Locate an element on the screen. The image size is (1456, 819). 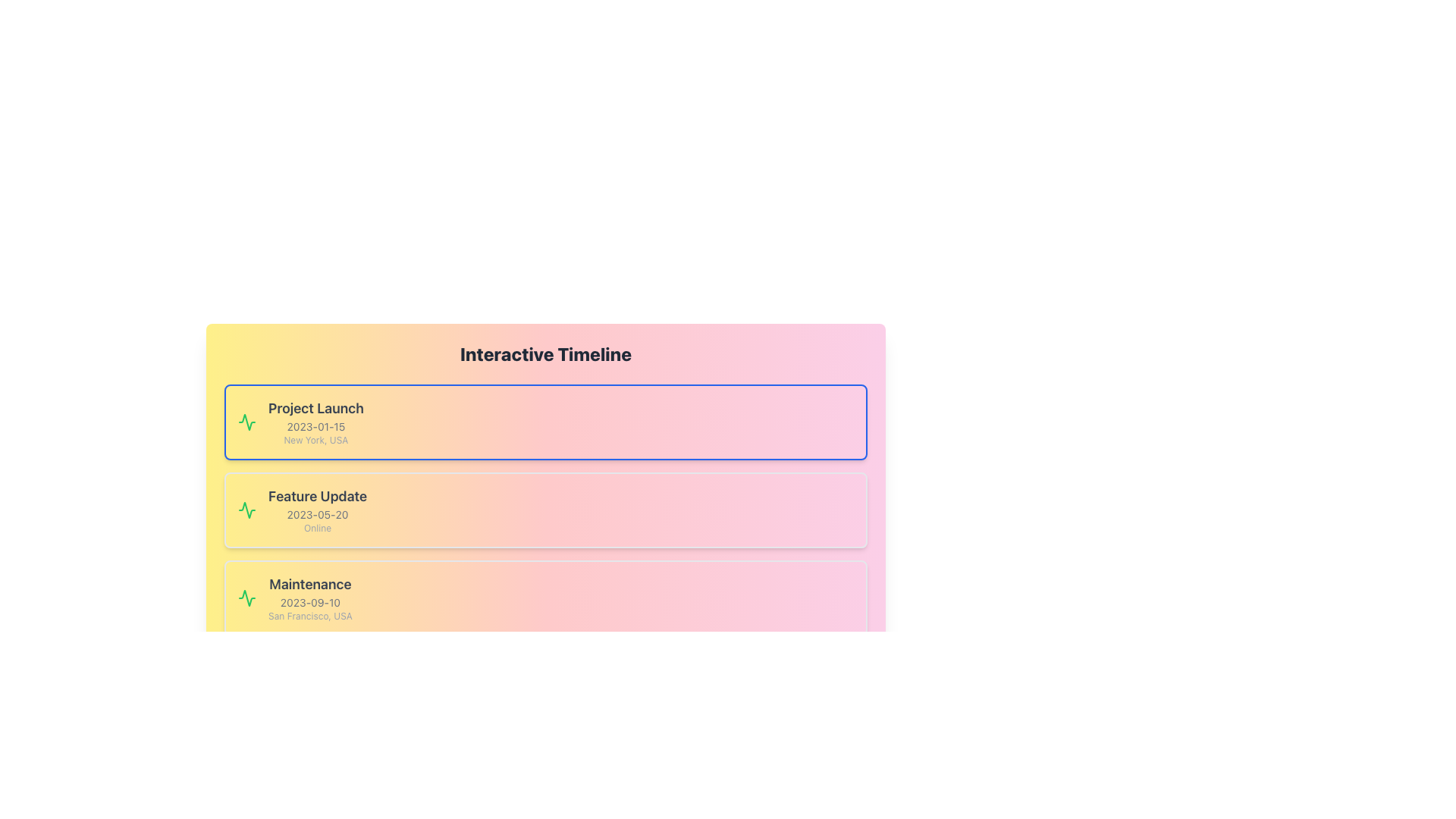
the decorative icon positioned at the left side of the 'Maintenance' card in the timeline events list is located at coordinates (247, 598).